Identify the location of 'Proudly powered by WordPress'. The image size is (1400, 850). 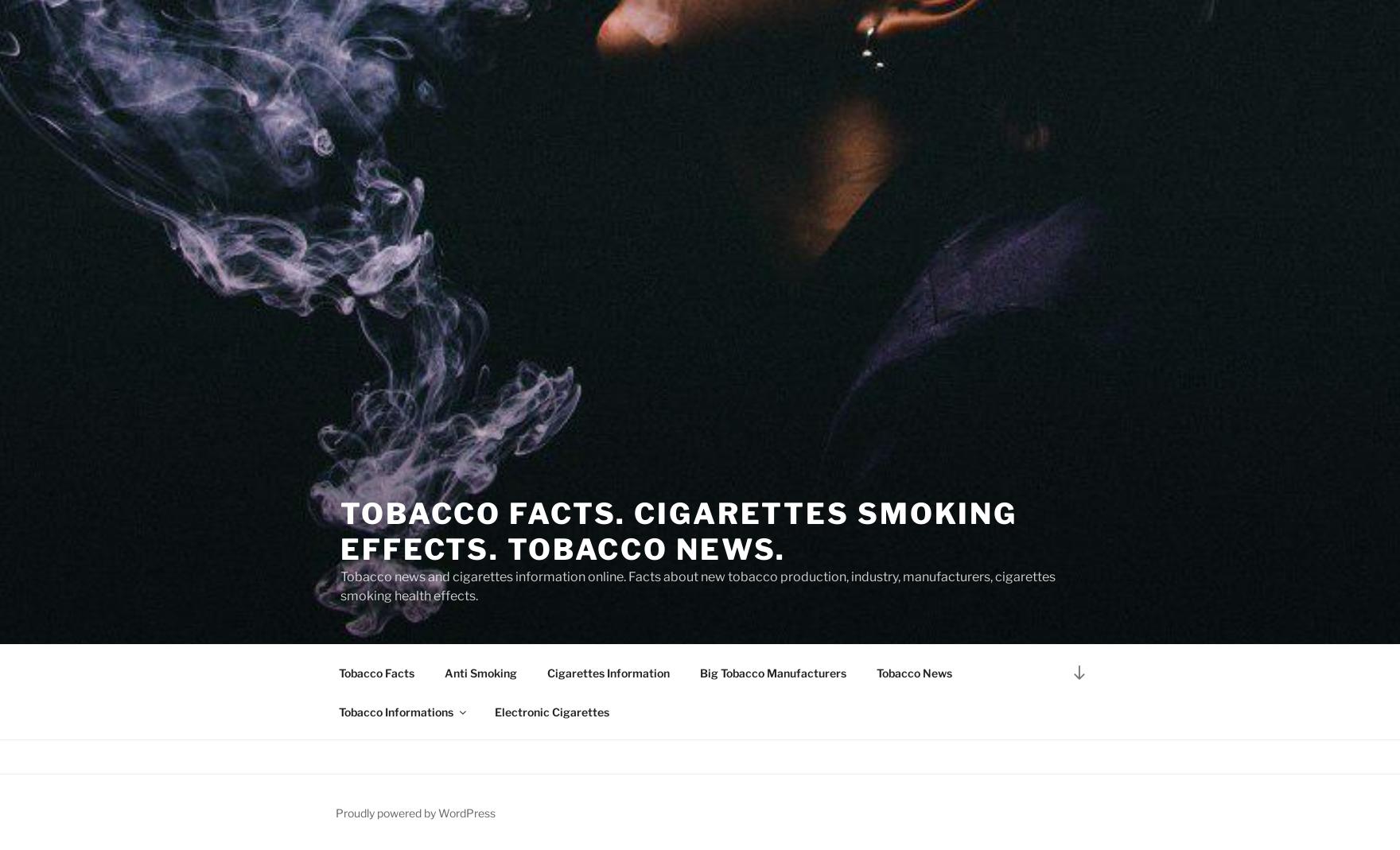
(415, 812).